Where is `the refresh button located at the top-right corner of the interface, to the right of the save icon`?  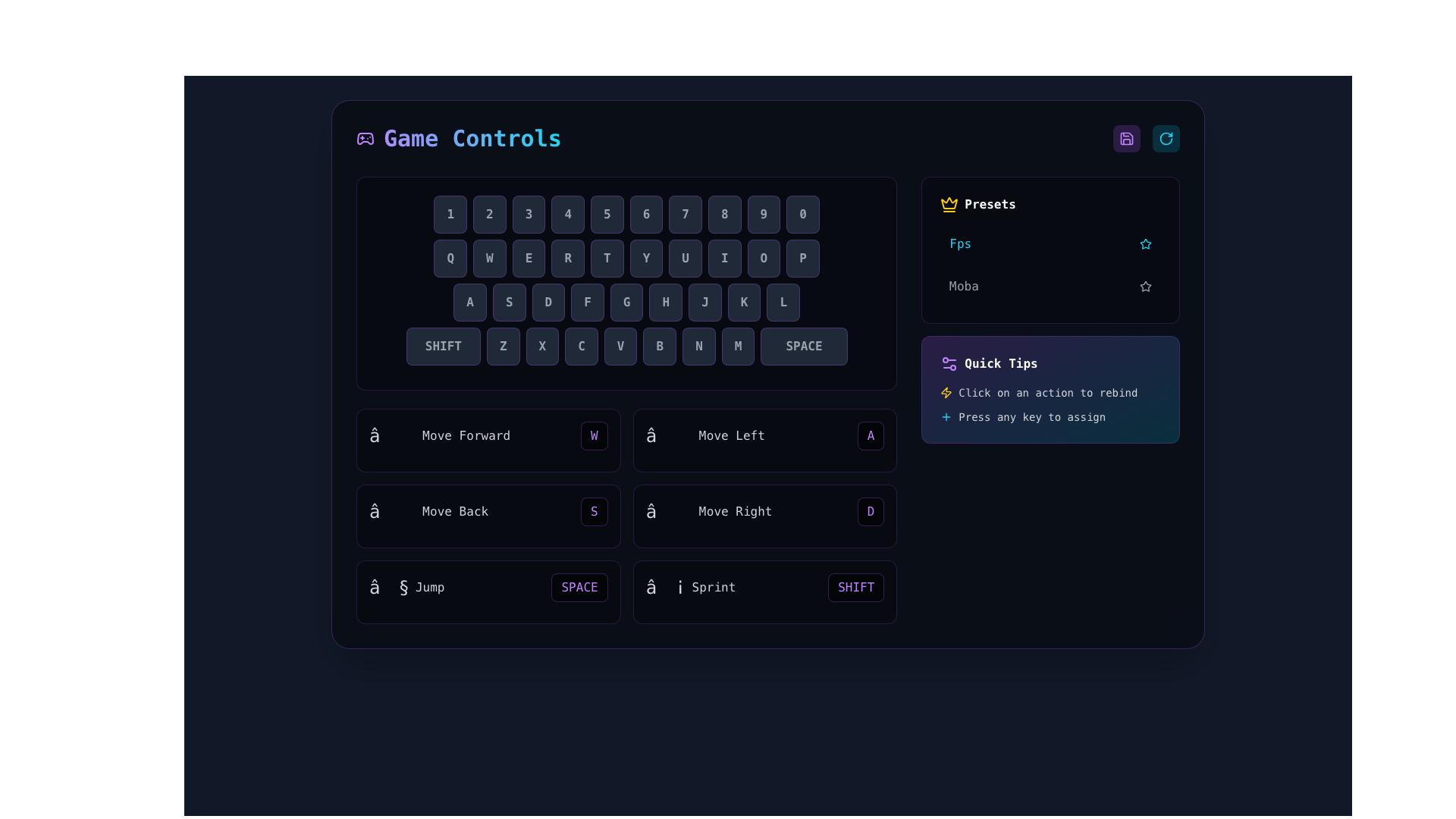 the refresh button located at the top-right corner of the interface, to the right of the save icon is located at coordinates (1165, 138).